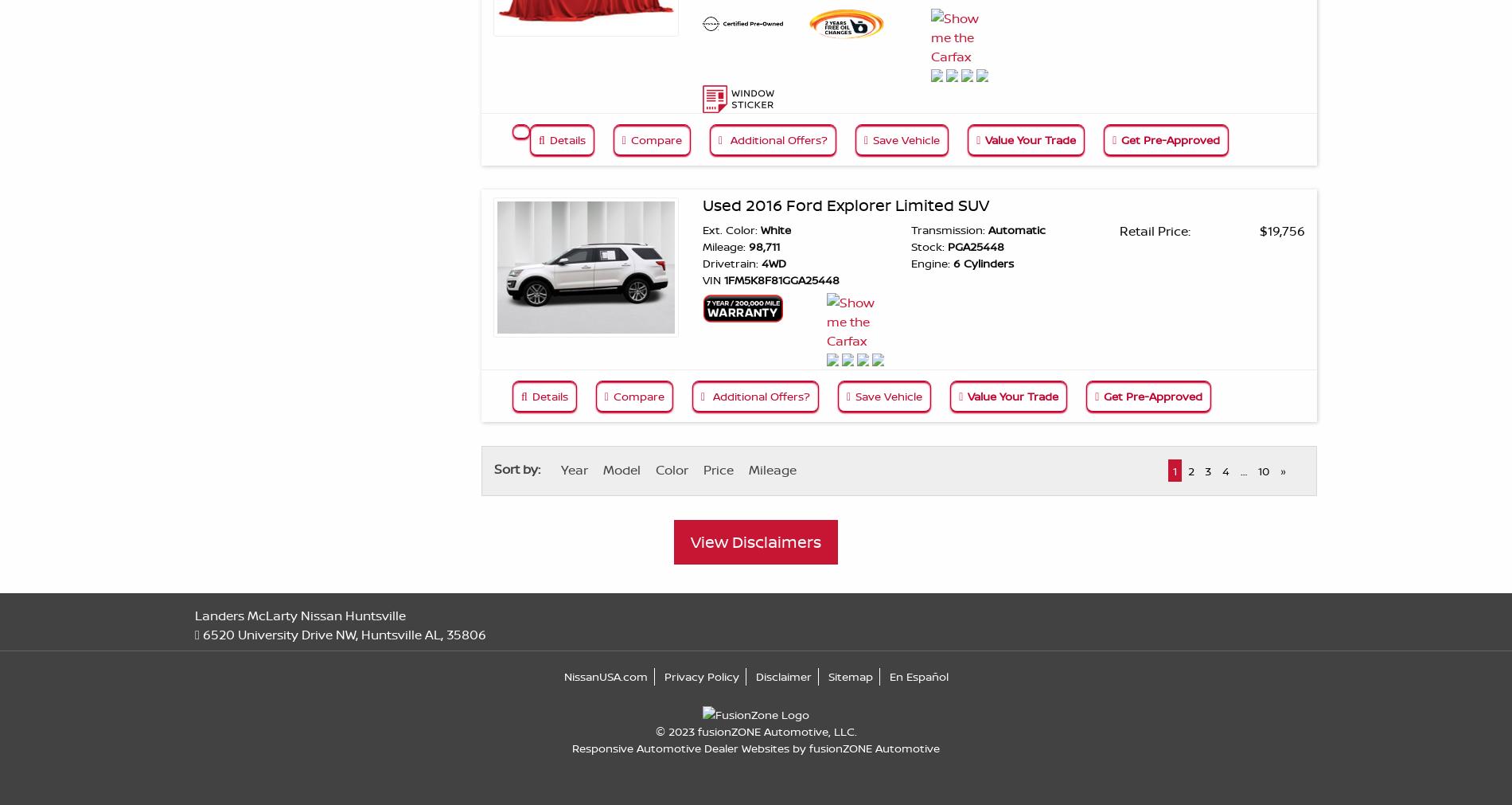 The width and height of the screenshot is (1512, 805). Describe the element at coordinates (1207, 470) in the screenshot. I see `'3'` at that location.